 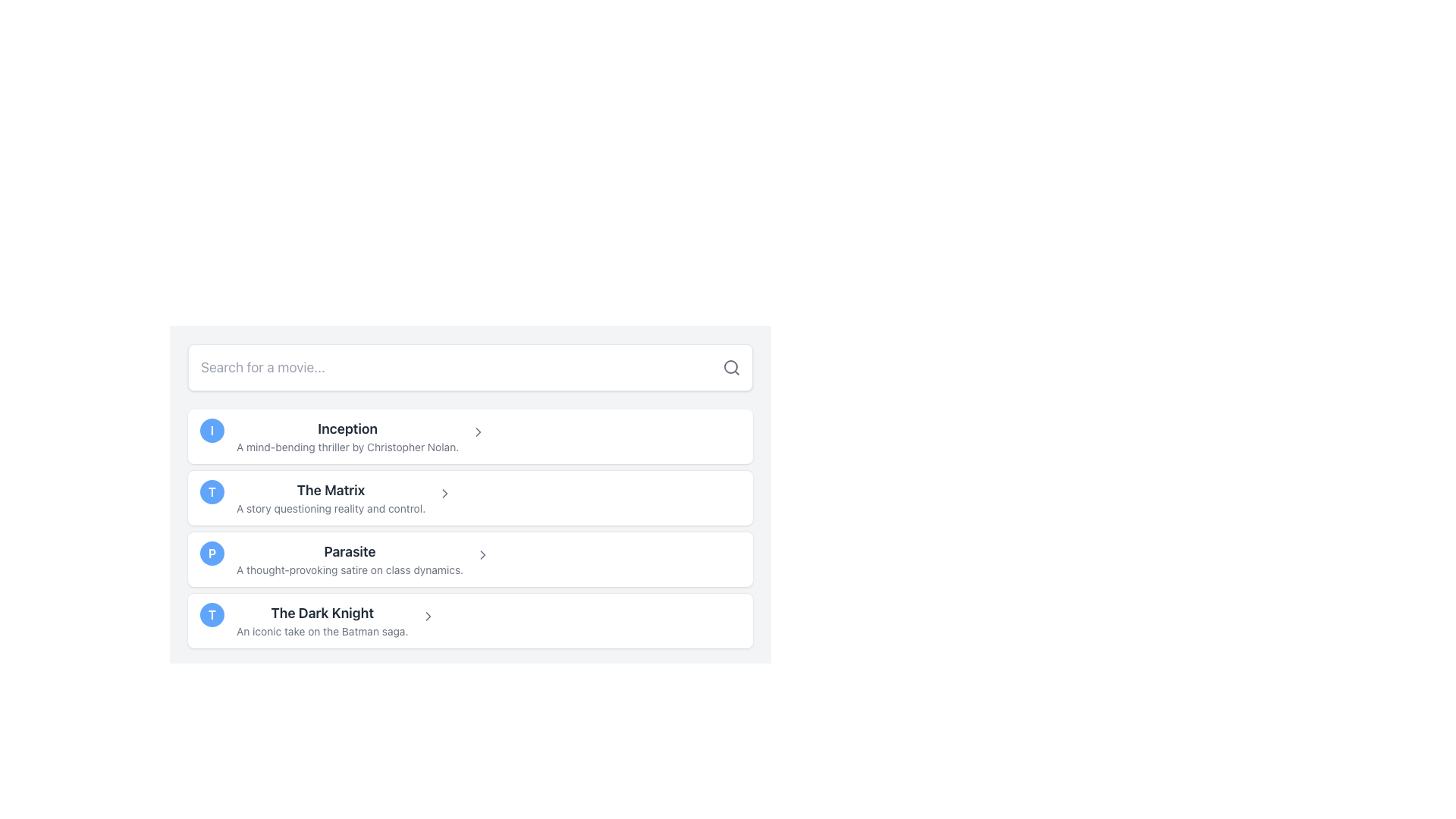 What do you see at coordinates (347, 447) in the screenshot?
I see `text snippet 'A mind-bending thriller by Christopher Nolan.' located directly below the title 'Inception' in the movie details section` at bounding box center [347, 447].